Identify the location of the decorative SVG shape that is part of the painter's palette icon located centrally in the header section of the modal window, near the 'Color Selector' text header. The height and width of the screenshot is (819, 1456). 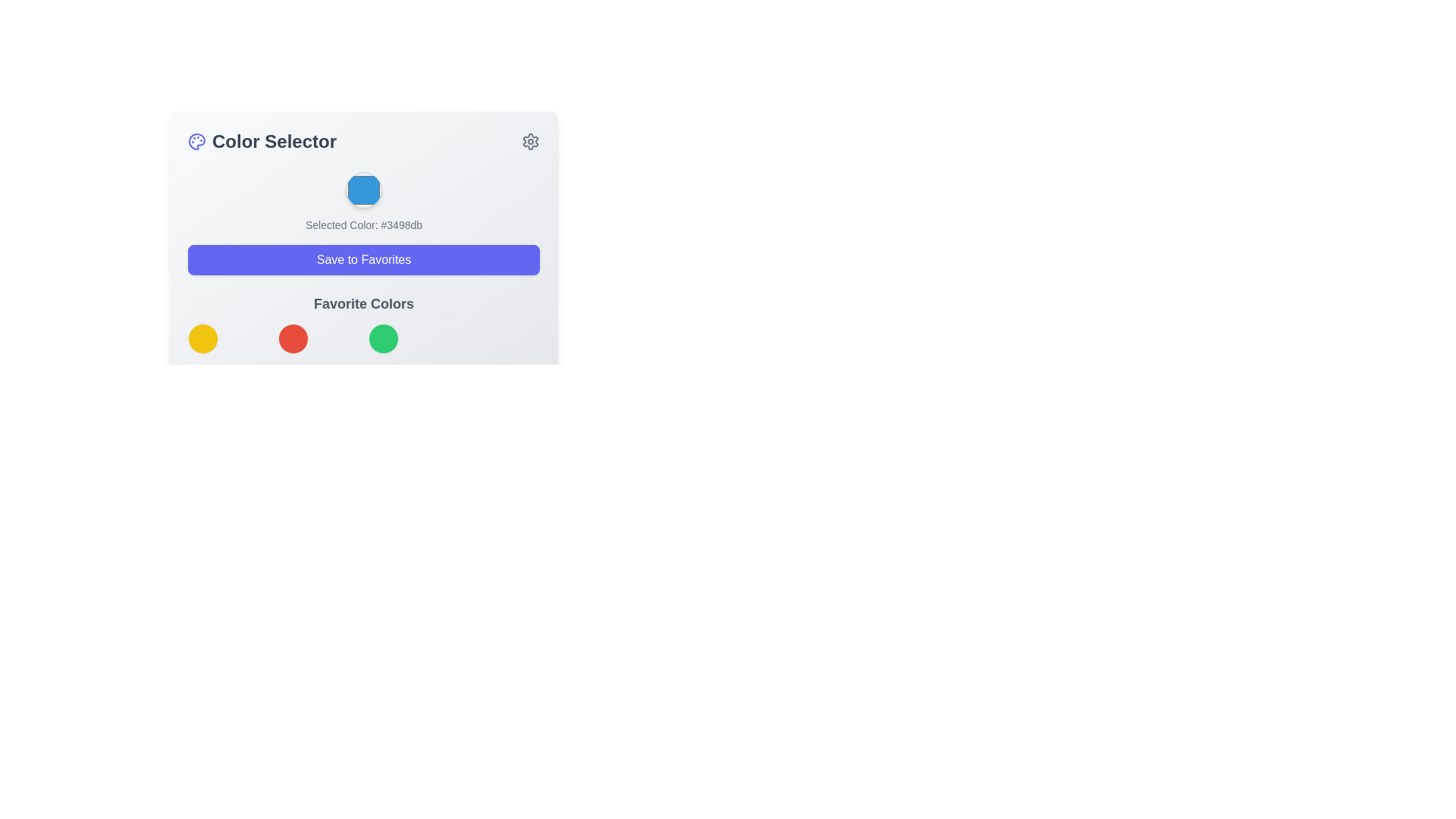
(196, 141).